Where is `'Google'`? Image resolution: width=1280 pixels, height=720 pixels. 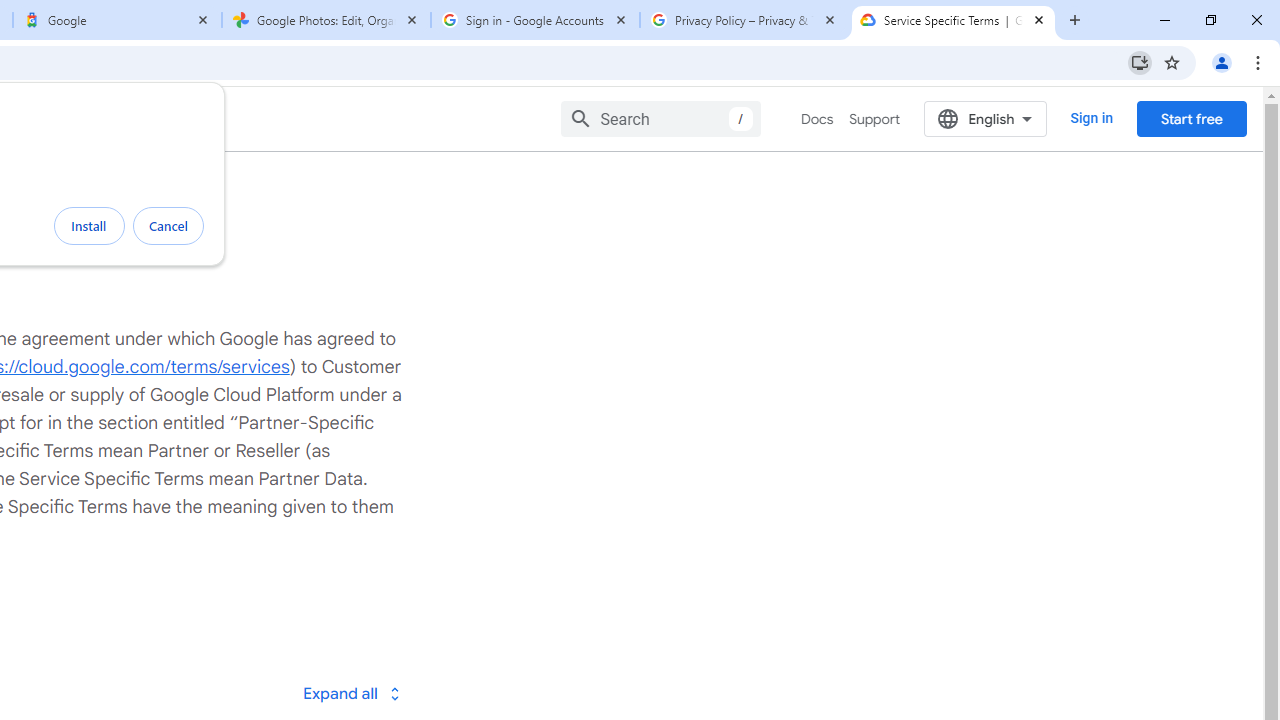 'Google' is located at coordinates (116, 20).